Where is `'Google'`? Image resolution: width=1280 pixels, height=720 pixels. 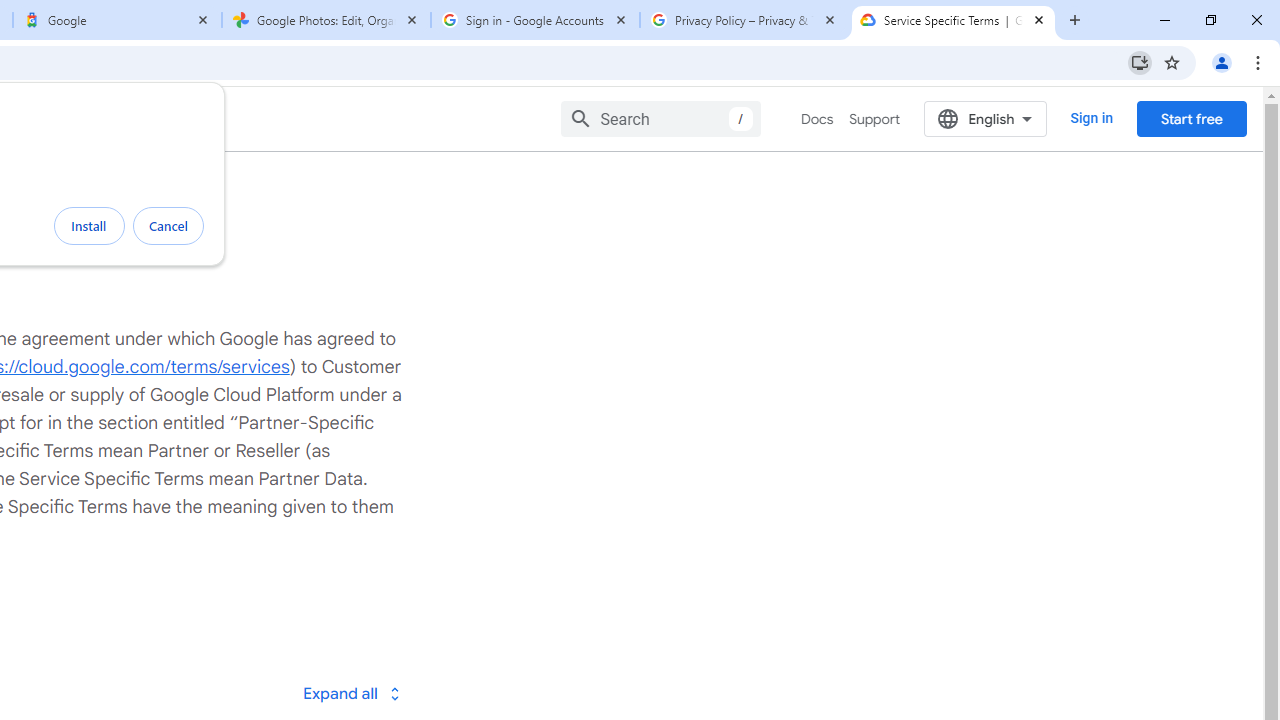 'Google' is located at coordinates (116, 20).